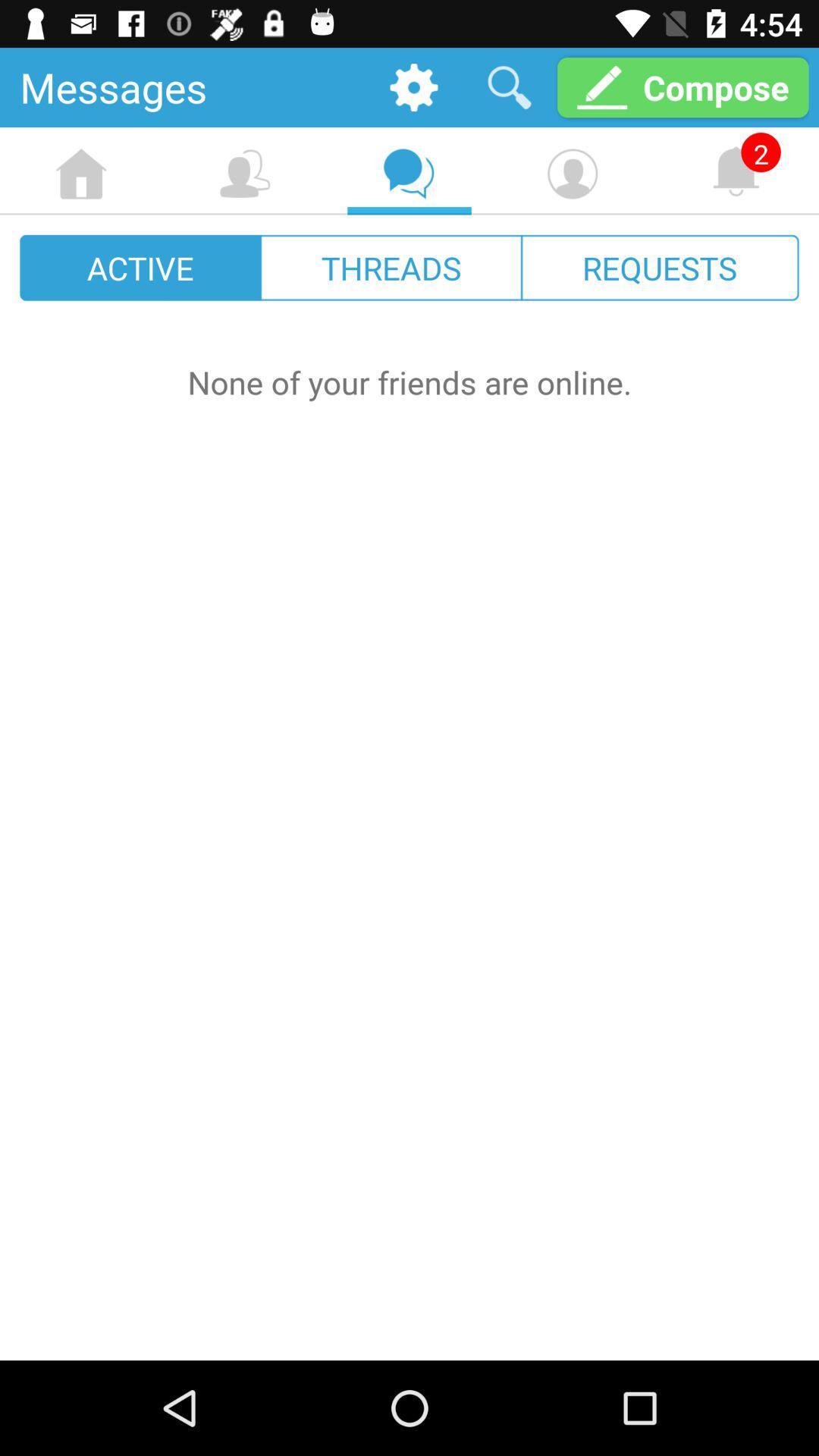 The width and height of the screenshot is (819, 1456). What do you see at coordinates (391, 268) in the screenshot?
I see `the icon to the left of the requests` at bounding box center [391, 268].